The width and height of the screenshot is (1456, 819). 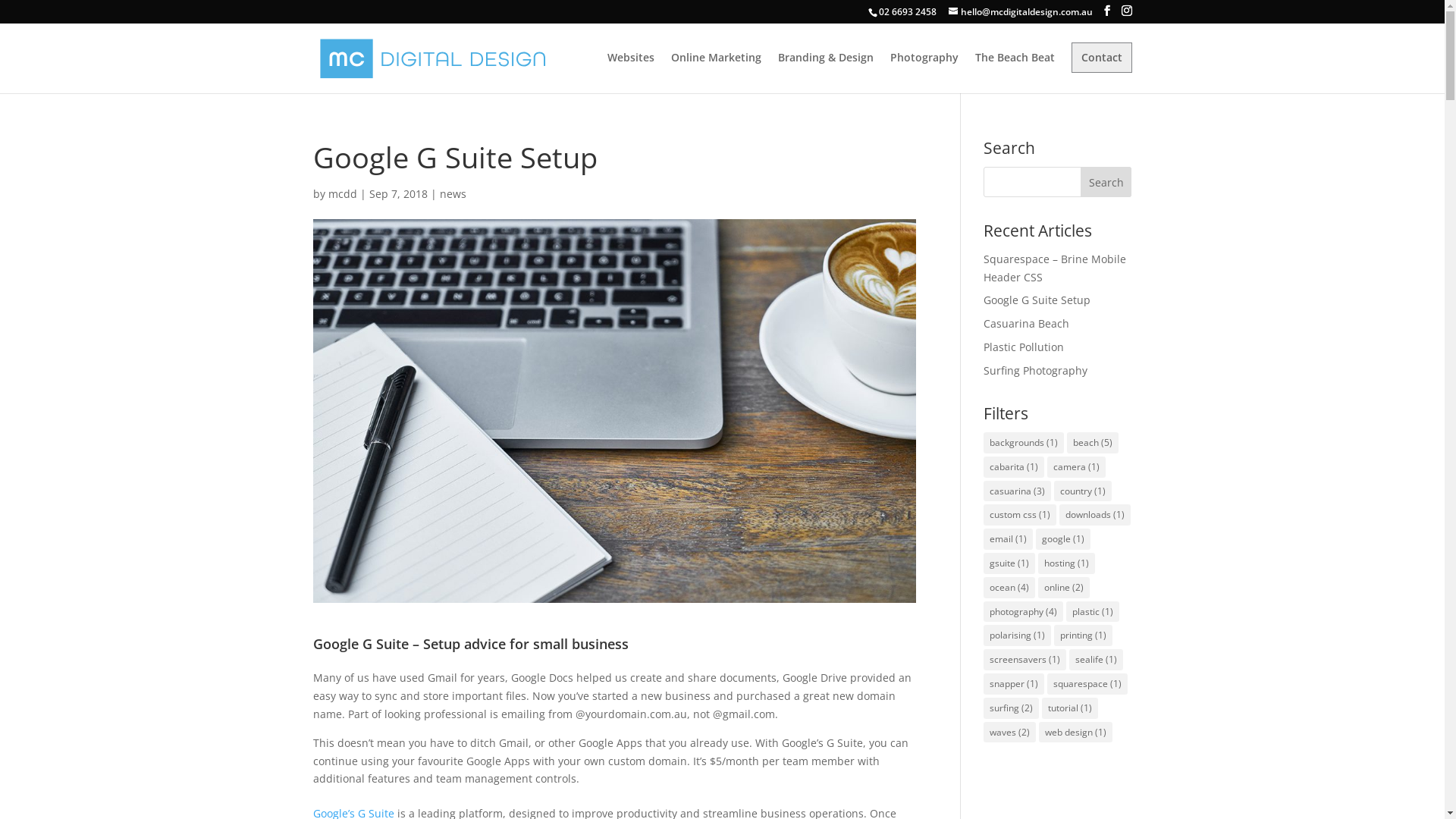 I want to click on 'plastic (1)', so click(x=1092, y=610).